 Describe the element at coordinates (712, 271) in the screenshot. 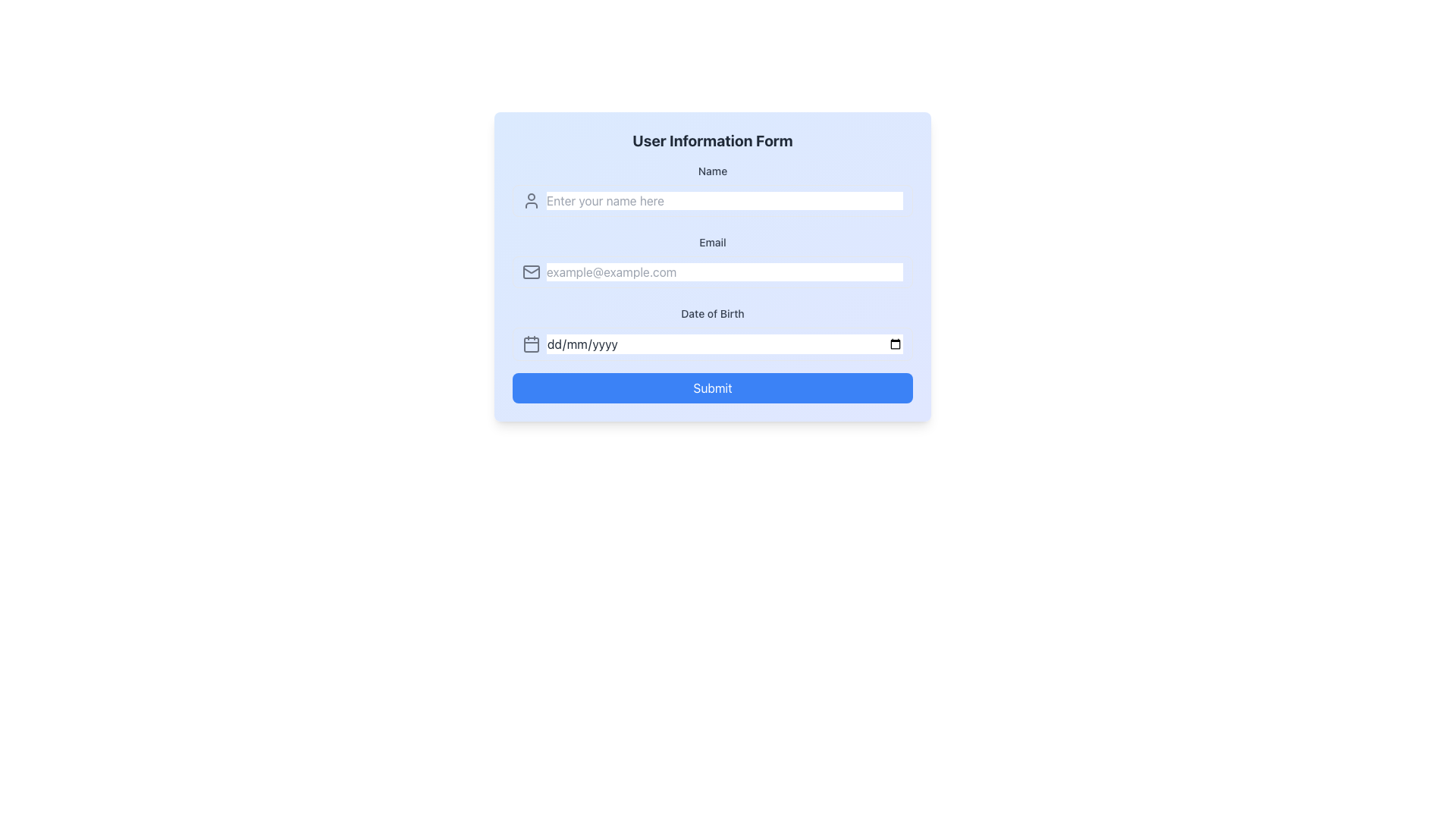

I see `the Email input field located in the middle segment of the form, beneath the Name input field and above the Date of Birth input field` at that location.